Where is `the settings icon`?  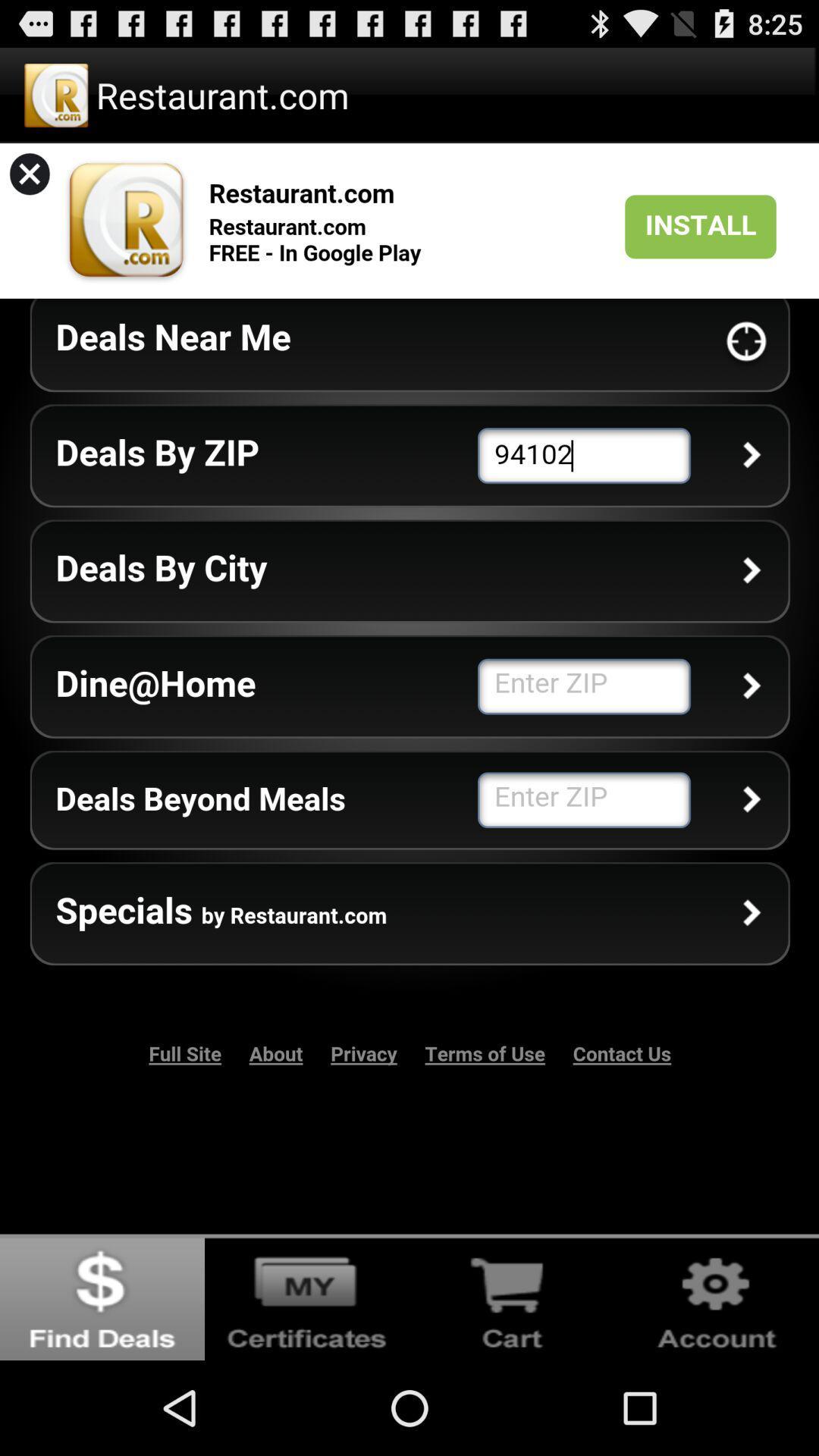 the settings icon is located at coordinates (717, 1388).